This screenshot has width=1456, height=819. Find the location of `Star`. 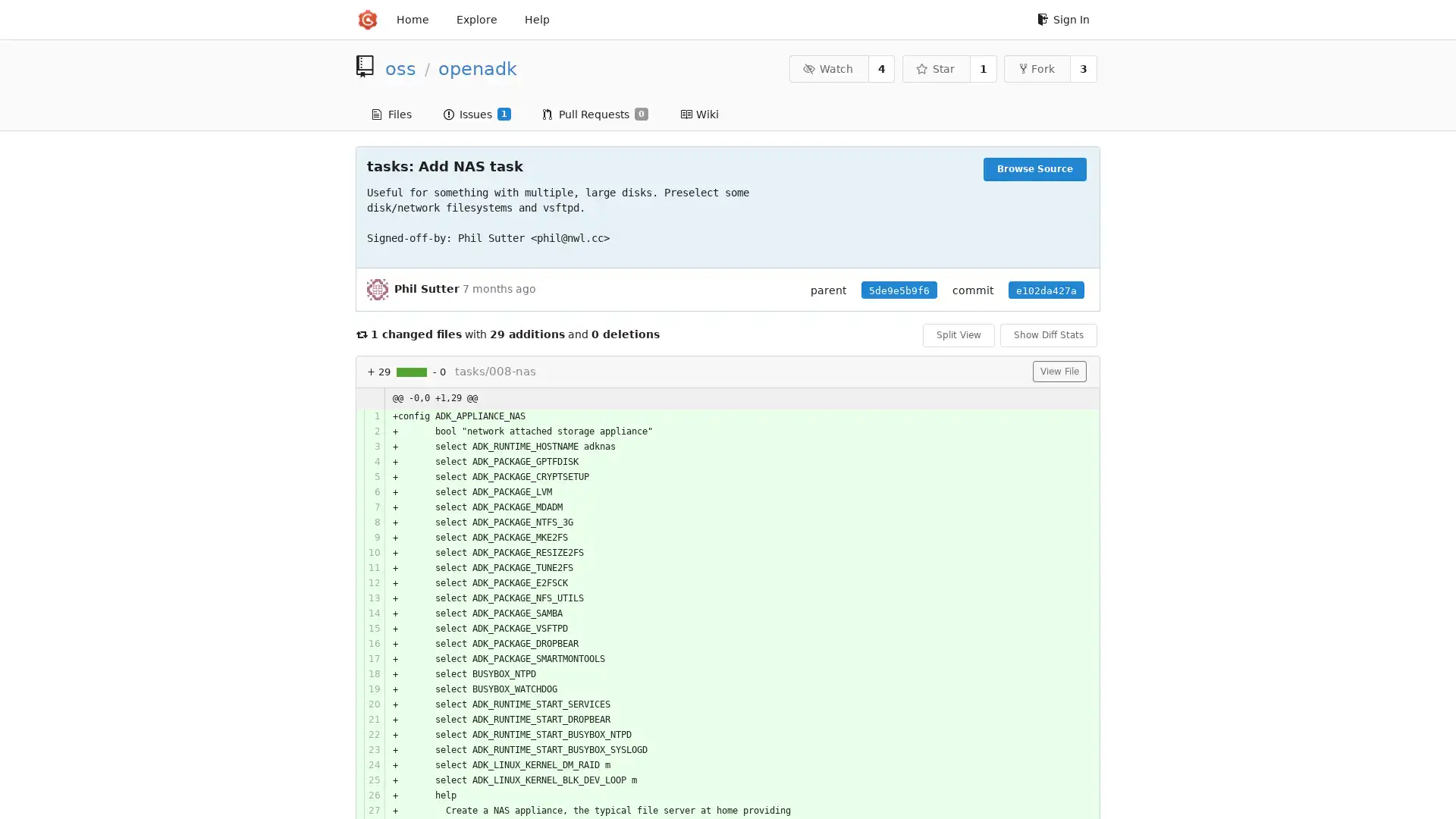

Star is located at coordinates (935, 69).